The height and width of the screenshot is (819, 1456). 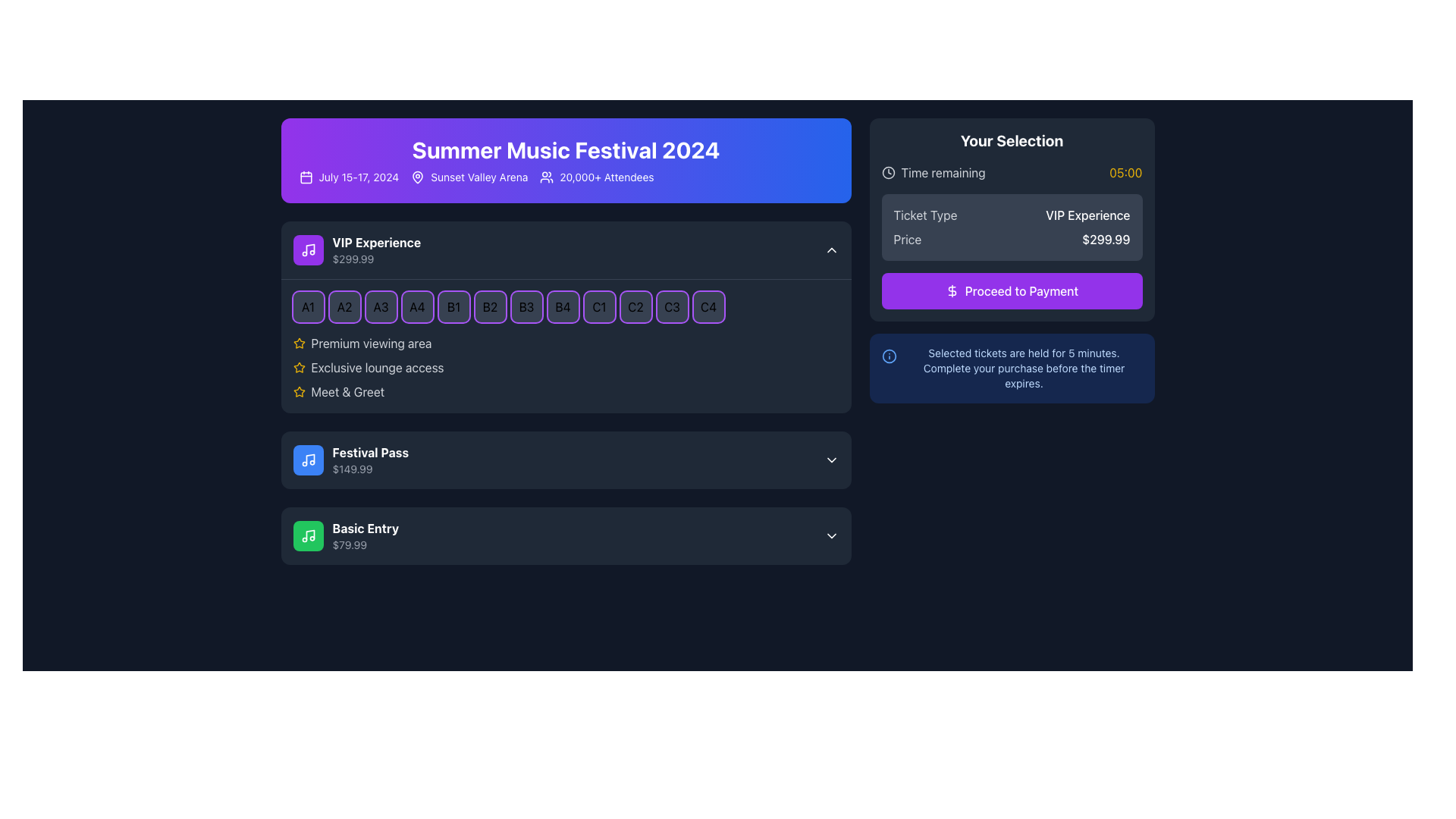 I want to click on the Notification box located in the right panel, below the 'Proceed to Payment' button, which notifies the user about time restrictions on their selected tickets, so click(x=1012, y=369).